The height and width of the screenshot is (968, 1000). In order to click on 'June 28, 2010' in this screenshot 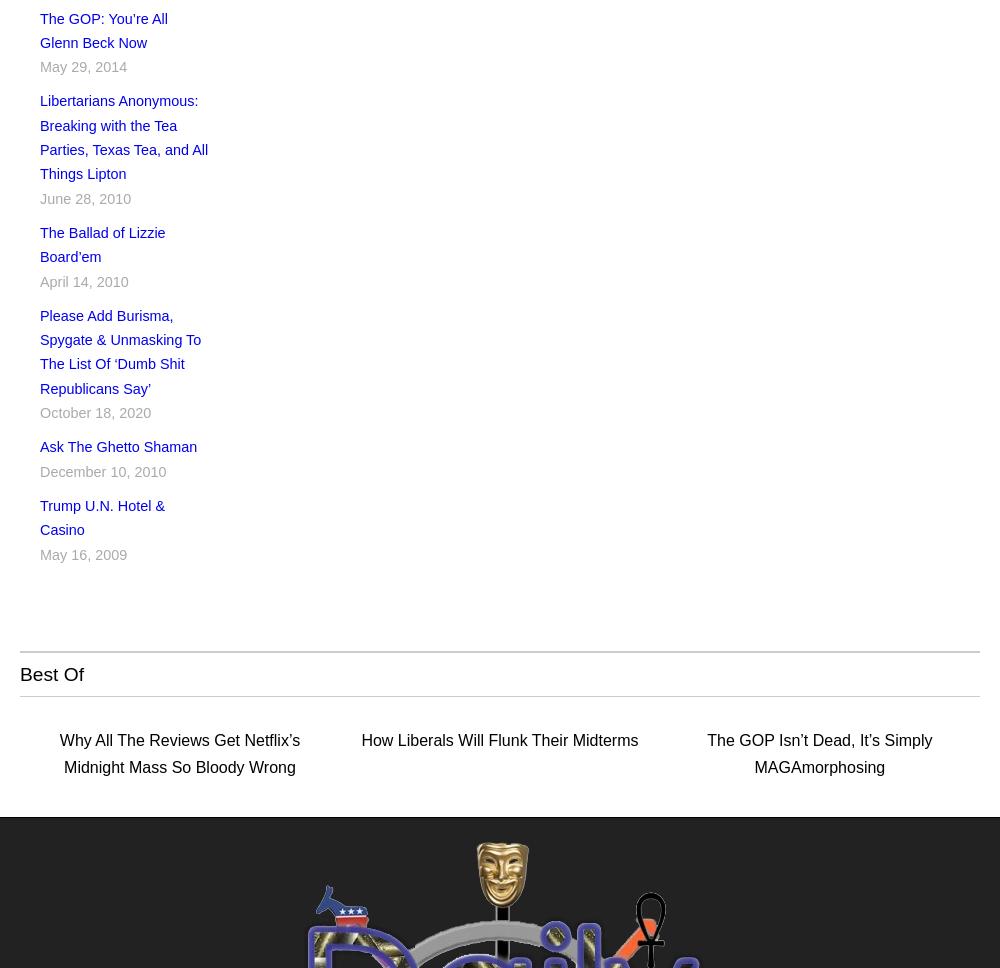, I will do `click(84, 197)`.